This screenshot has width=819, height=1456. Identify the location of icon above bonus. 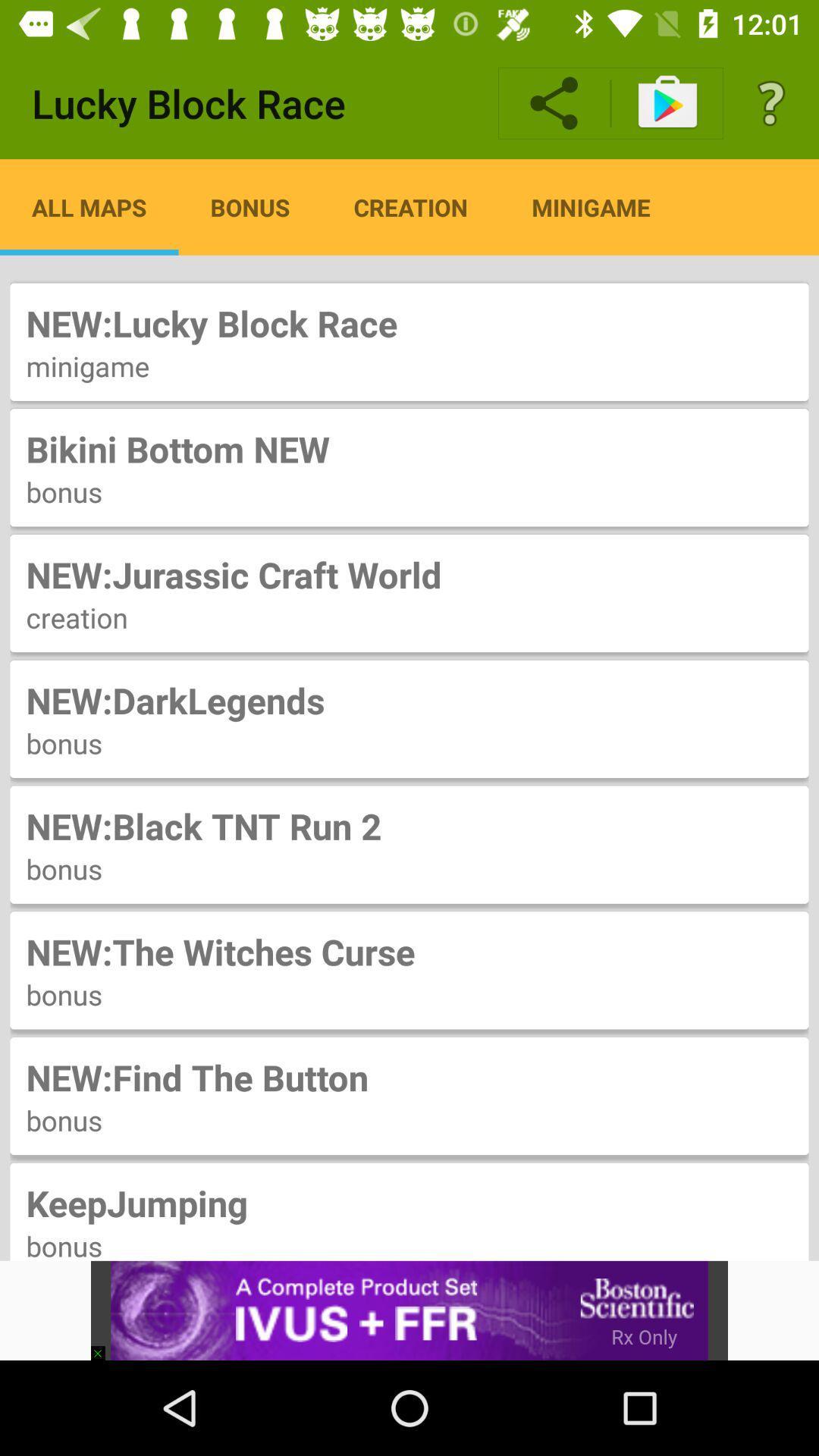
(409, 1202).